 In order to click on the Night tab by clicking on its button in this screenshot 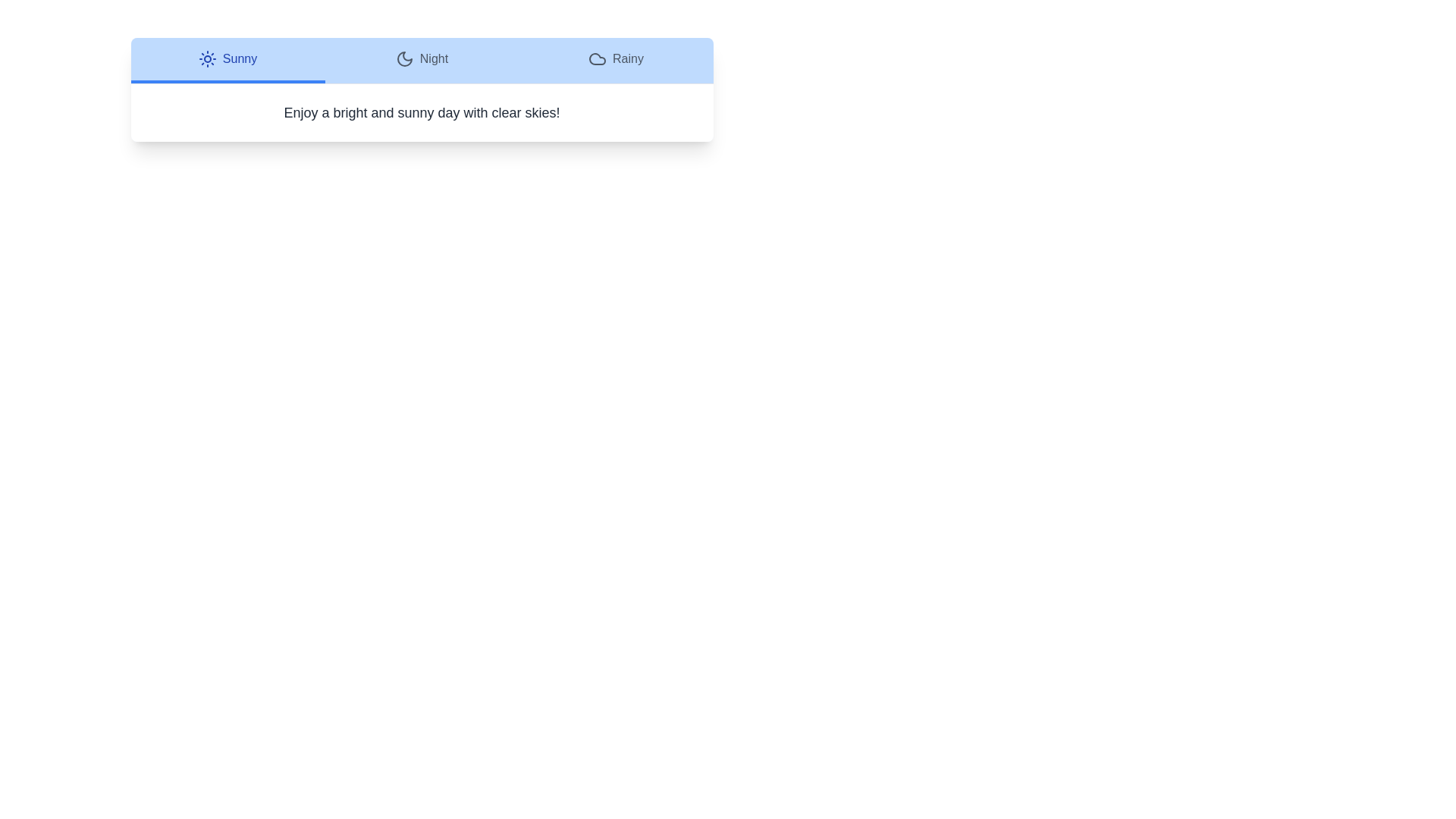, I will do `click(422, 60)`.